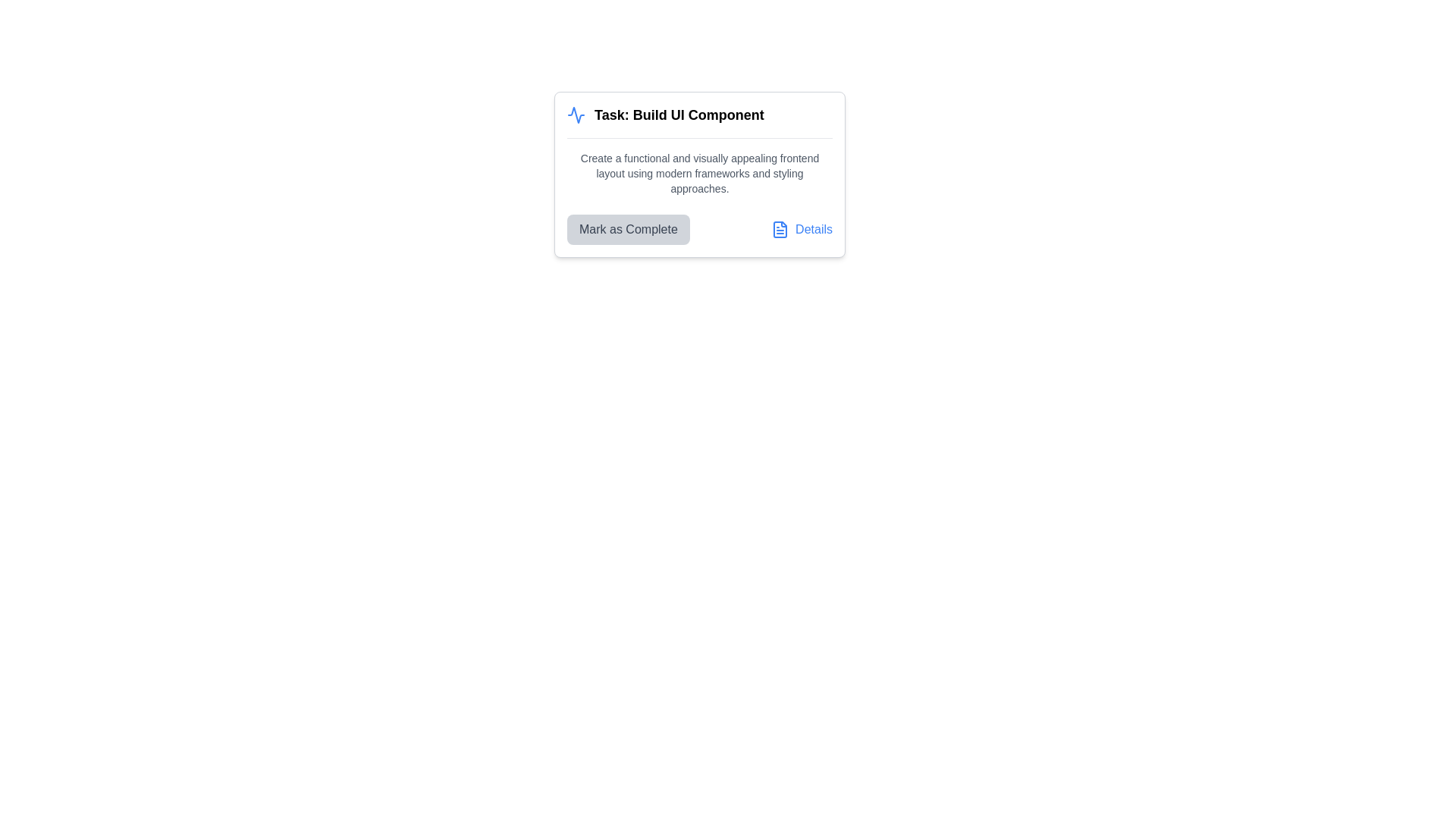 The width and height of the screenshot is (1456, 819). I want to click on the decorative icon located at the top-left corner of the task card interface, which is positioned just left of the text 'Task: Build UI Component', so click(575, 114).